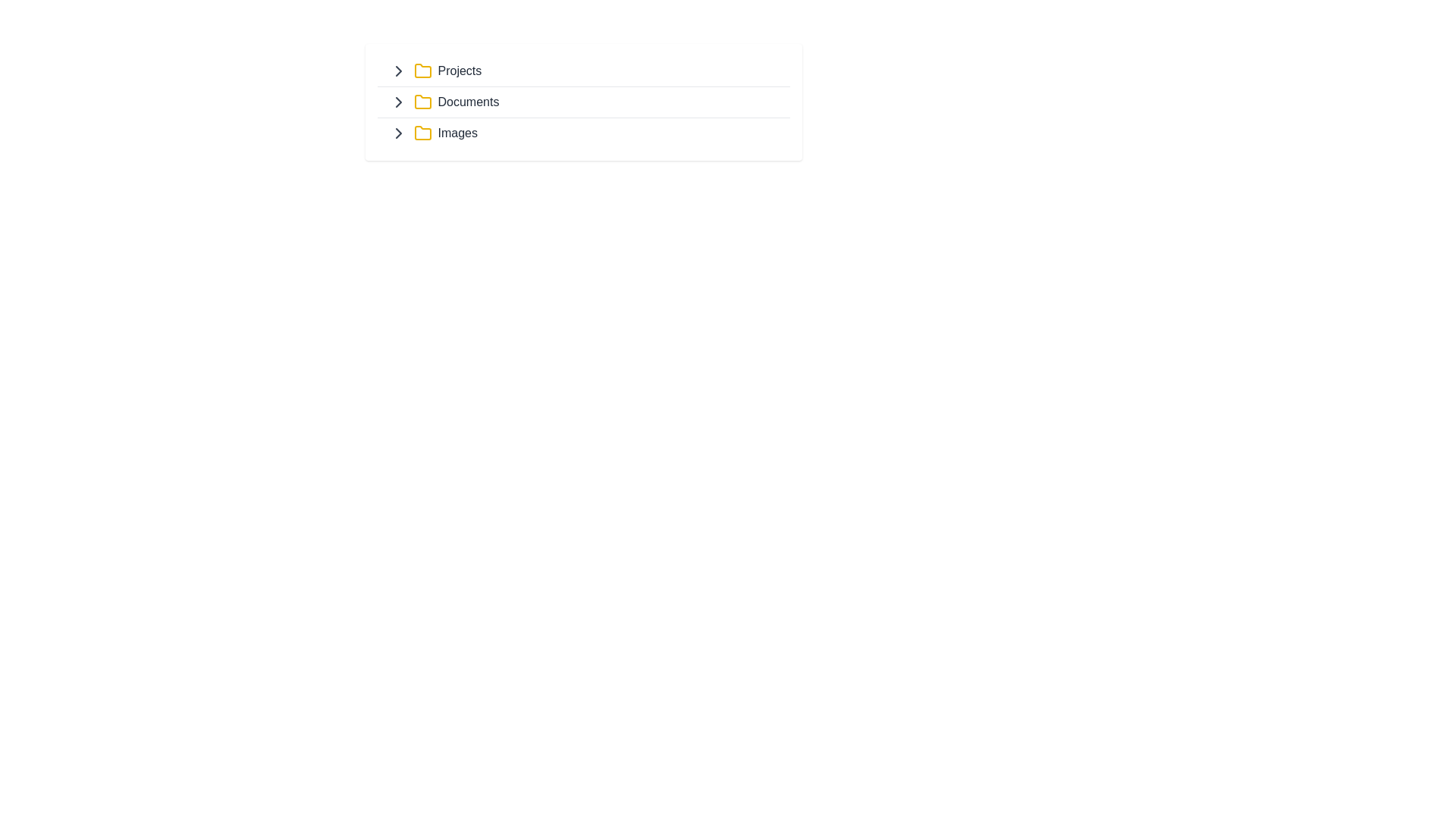  I want to click on the chevron icon that indicates expandable or collapsible state for the 'Documents' folder, located on the left side of the row containing the 'Documents' label, so click(398, 102).